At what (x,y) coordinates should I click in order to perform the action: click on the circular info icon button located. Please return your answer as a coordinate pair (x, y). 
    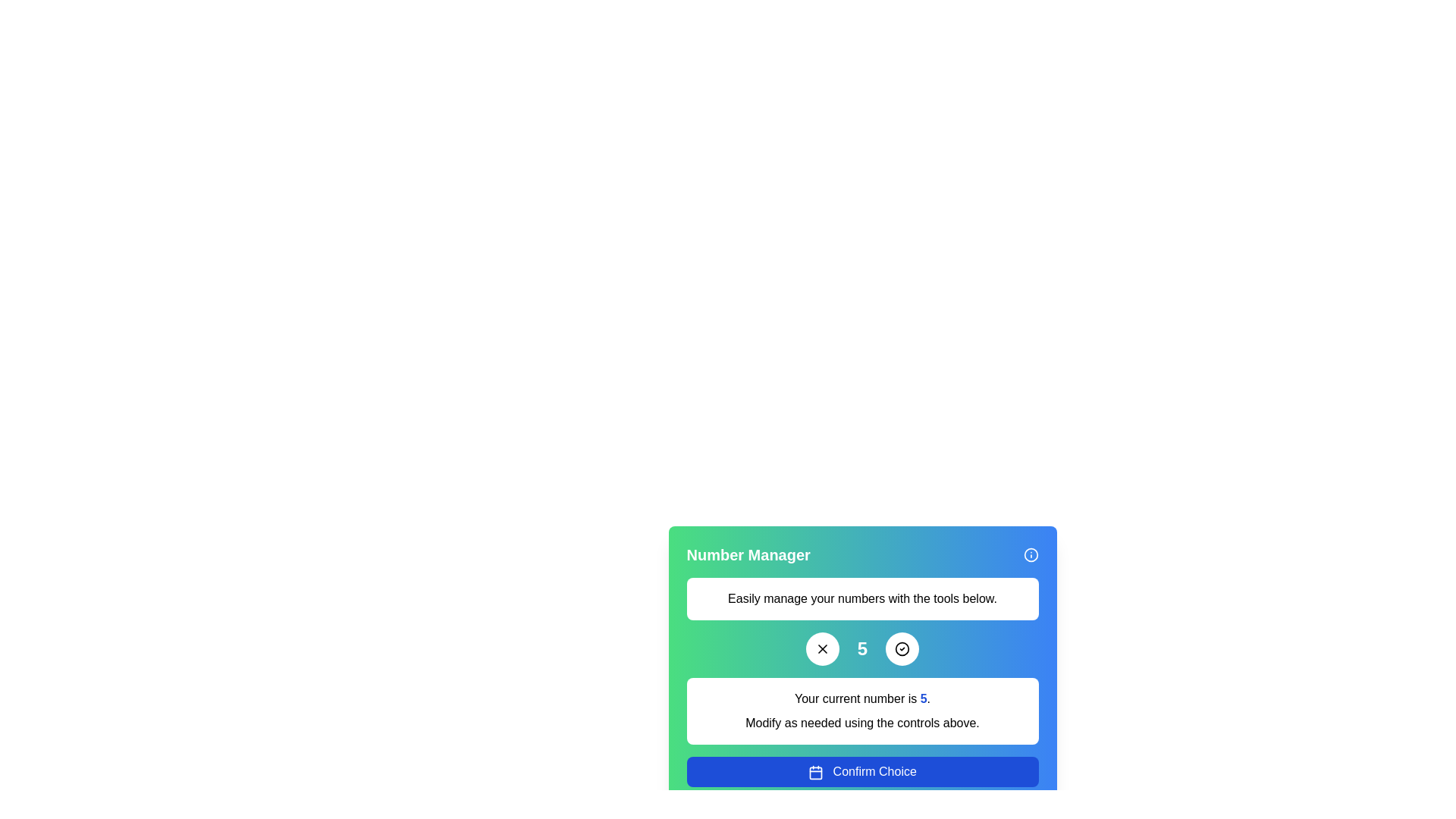
    Looking at the image, I should click on (1031, 555).